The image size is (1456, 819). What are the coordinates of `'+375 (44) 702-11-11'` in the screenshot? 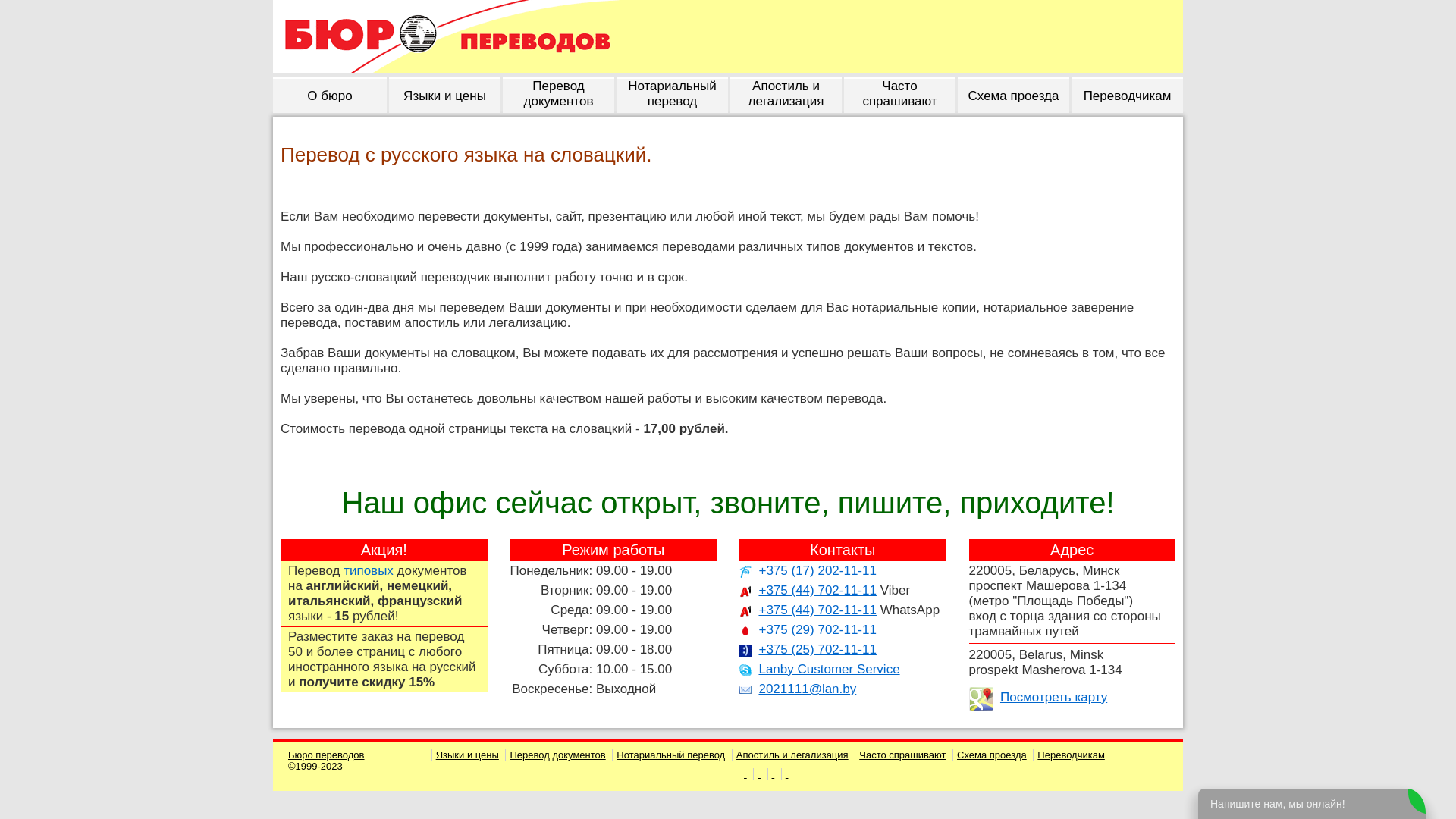 It's located at (816, 589).